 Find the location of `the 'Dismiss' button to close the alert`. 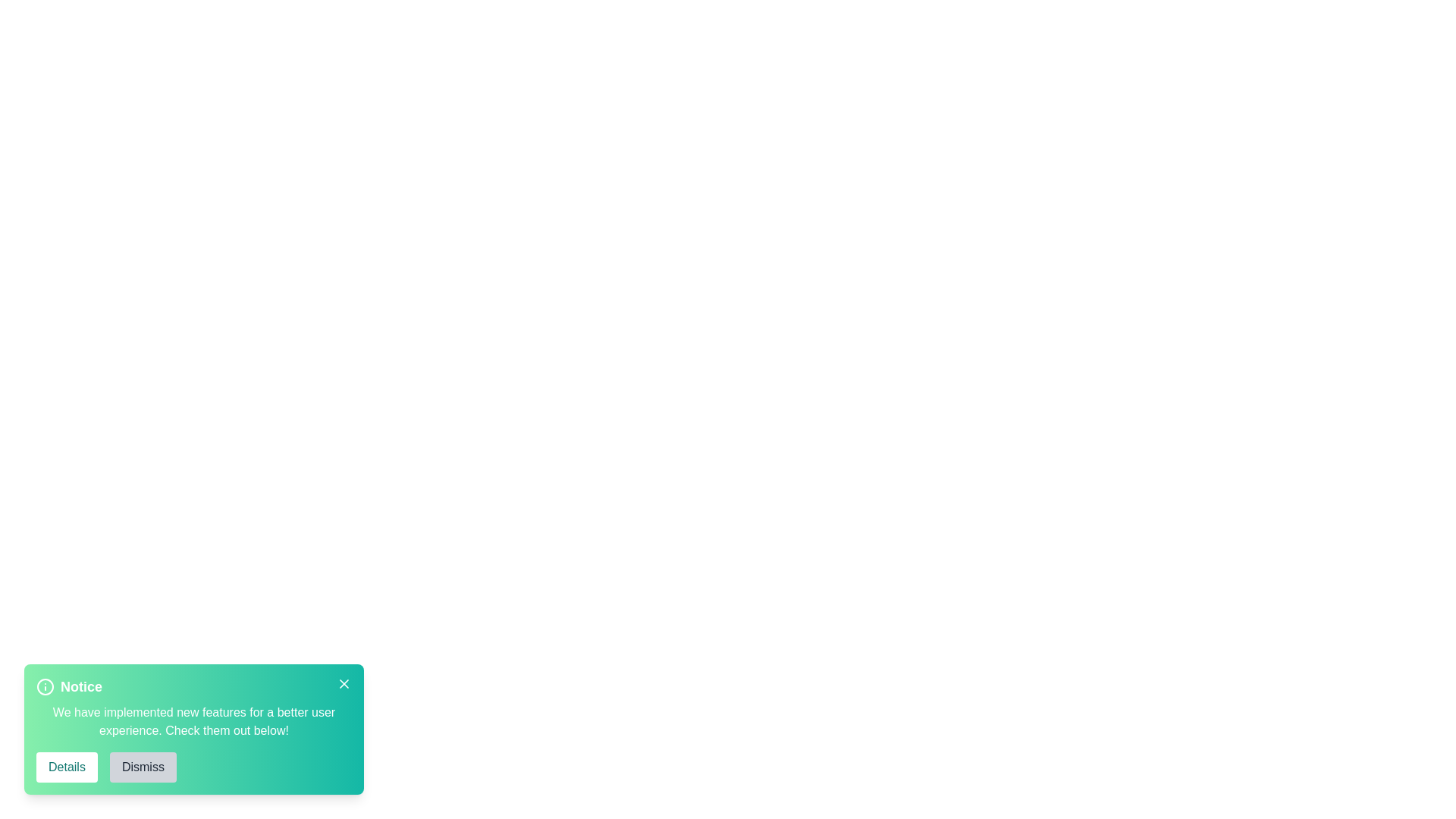

the 'Dismiss' button to close the alert is located at coordinates (142, 767).